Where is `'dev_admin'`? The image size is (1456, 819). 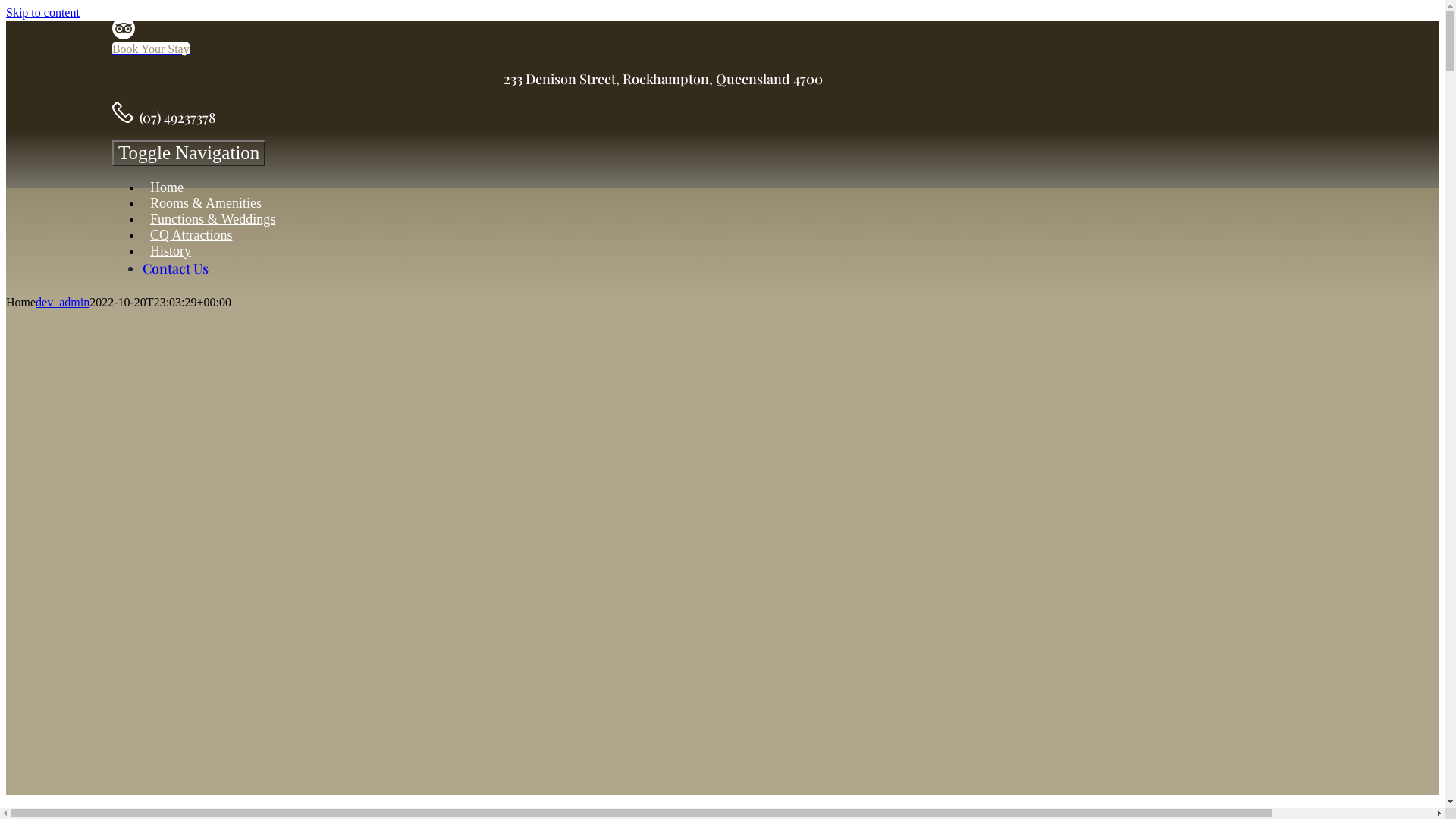
'dev_admin' is located at coordinates (61, 302).